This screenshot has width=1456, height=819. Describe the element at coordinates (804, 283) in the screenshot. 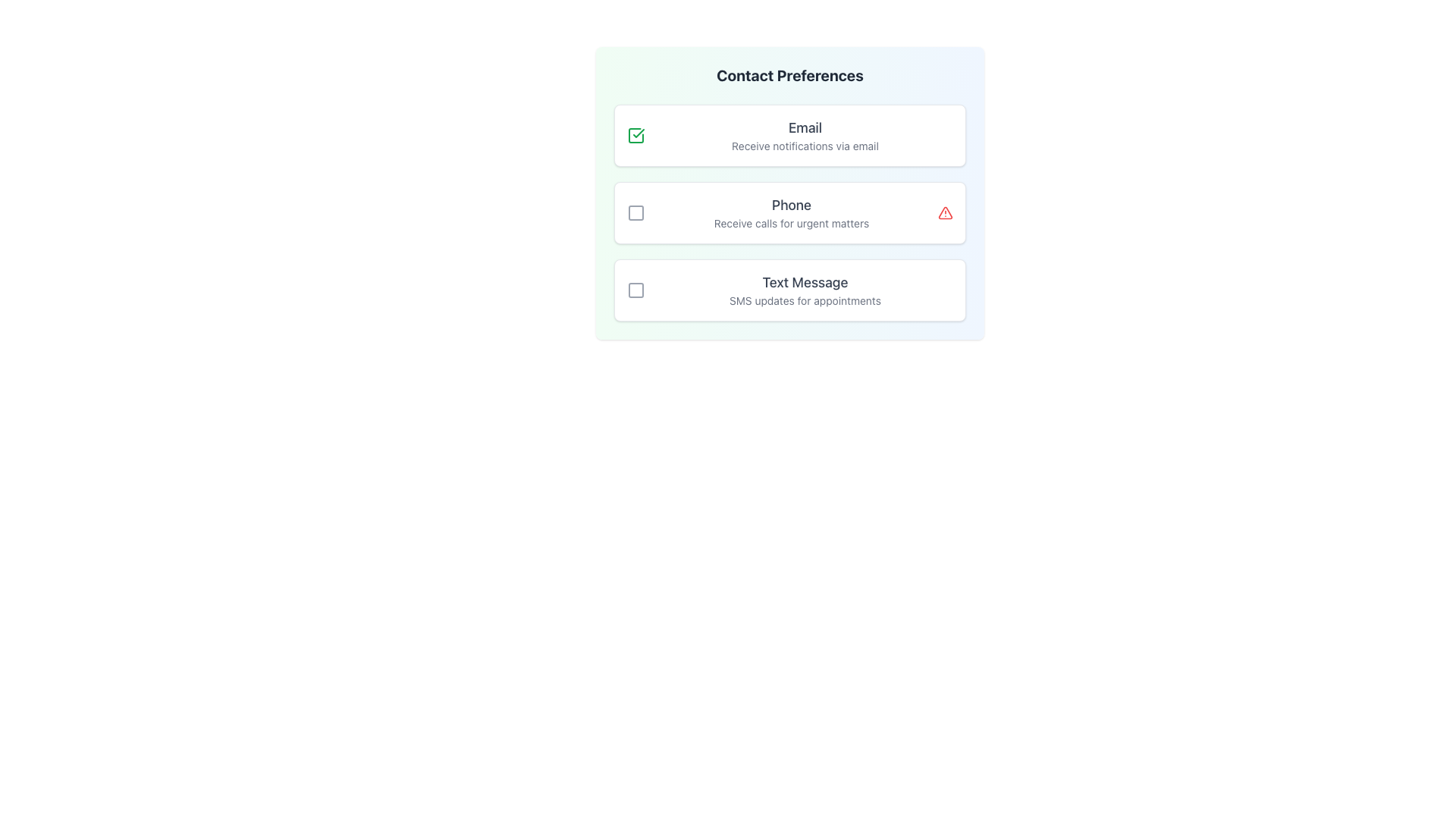

I see `the Text Label that serves as the header for the 'Text Message' option in the 'Contact Preferences' section, located beneath the checkbox` at that location.